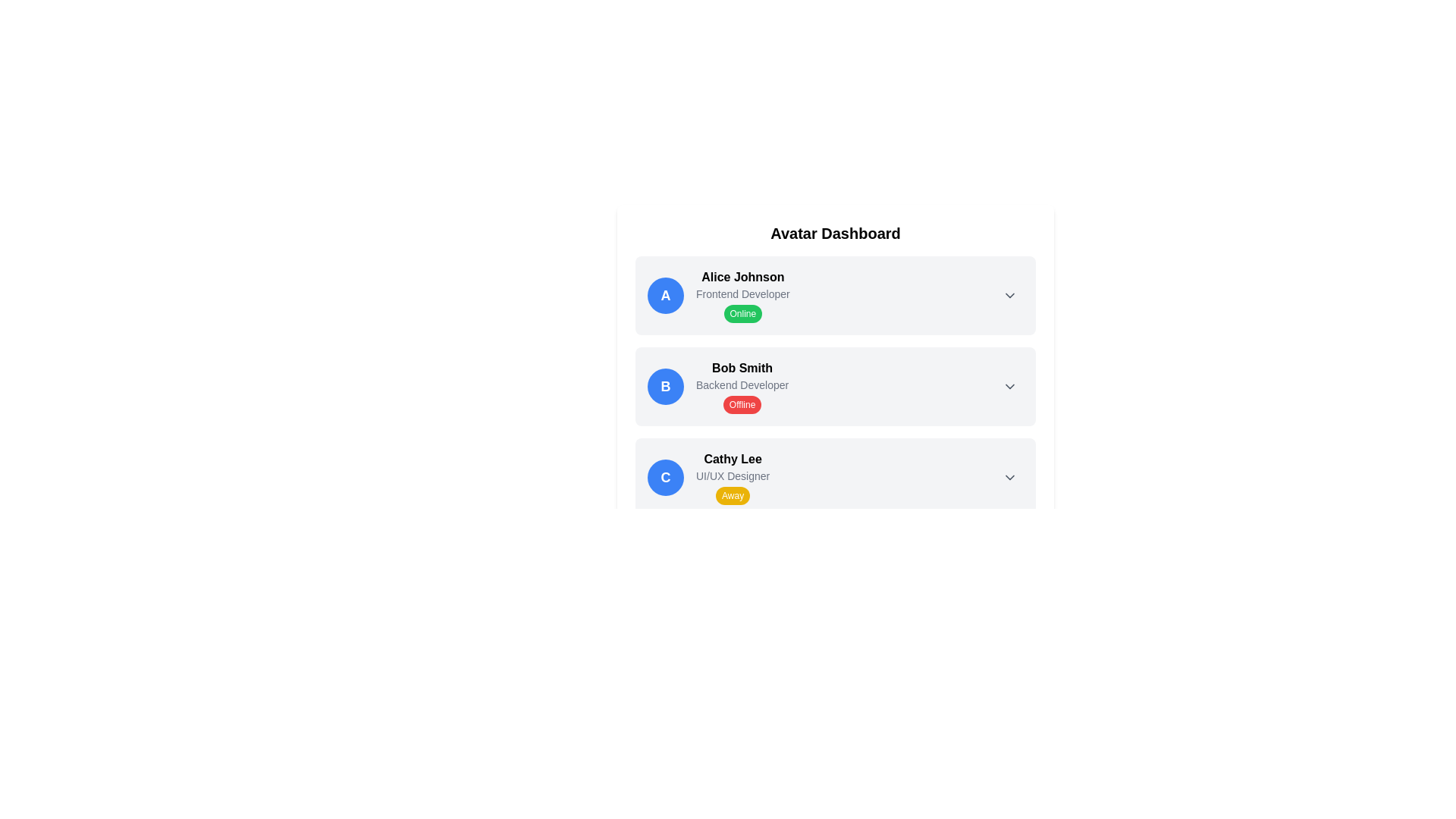  I want to click on the toggle button located at the far right edge of the 'Cathy Lee, UI/UX Designer, Away' section, so click(1009, 476).